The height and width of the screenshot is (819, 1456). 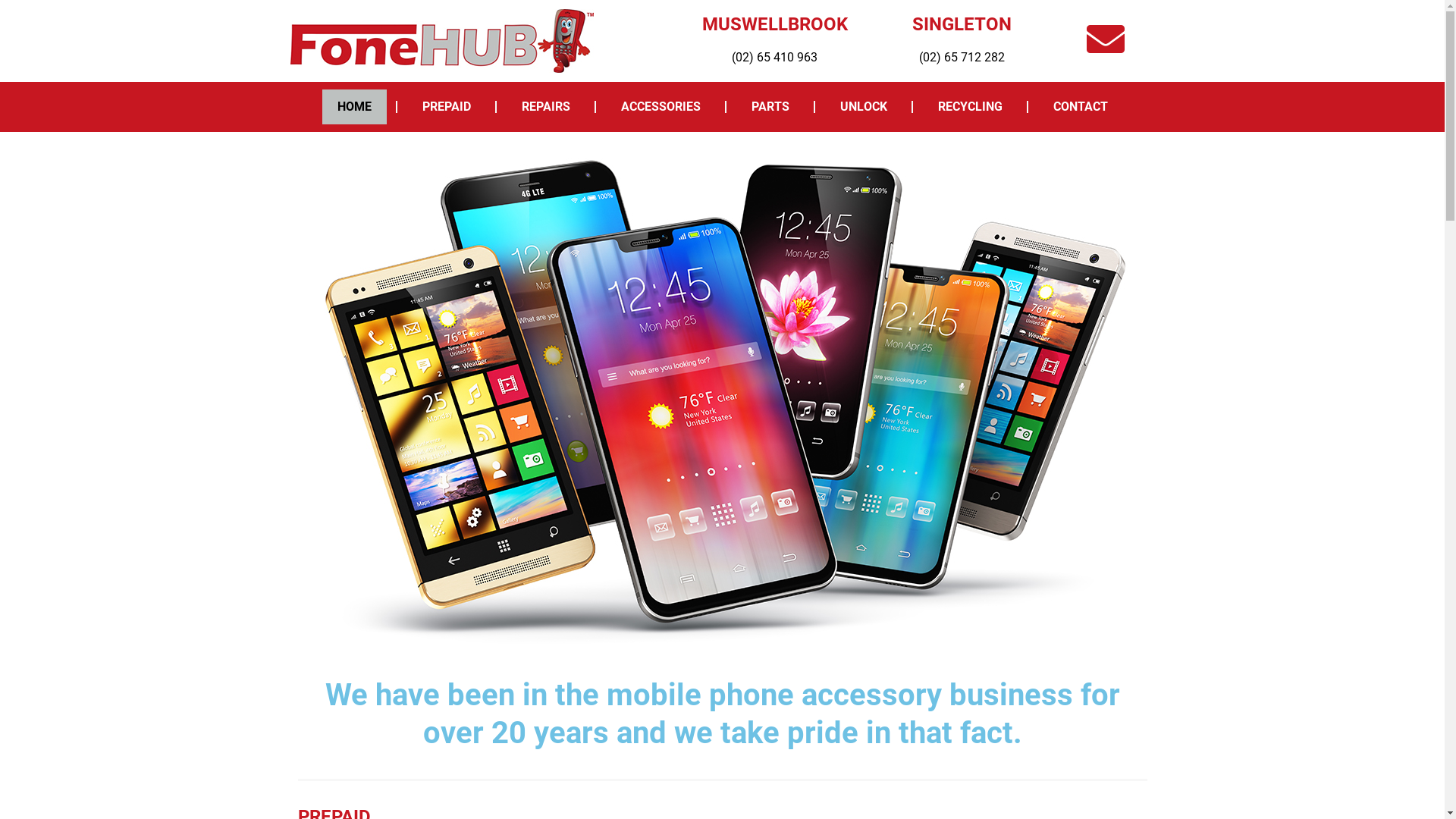 What do you see at coordinates (824, 106) in the screenshot?
I see `'UNLOCK'` at bounding box center [824, 106].